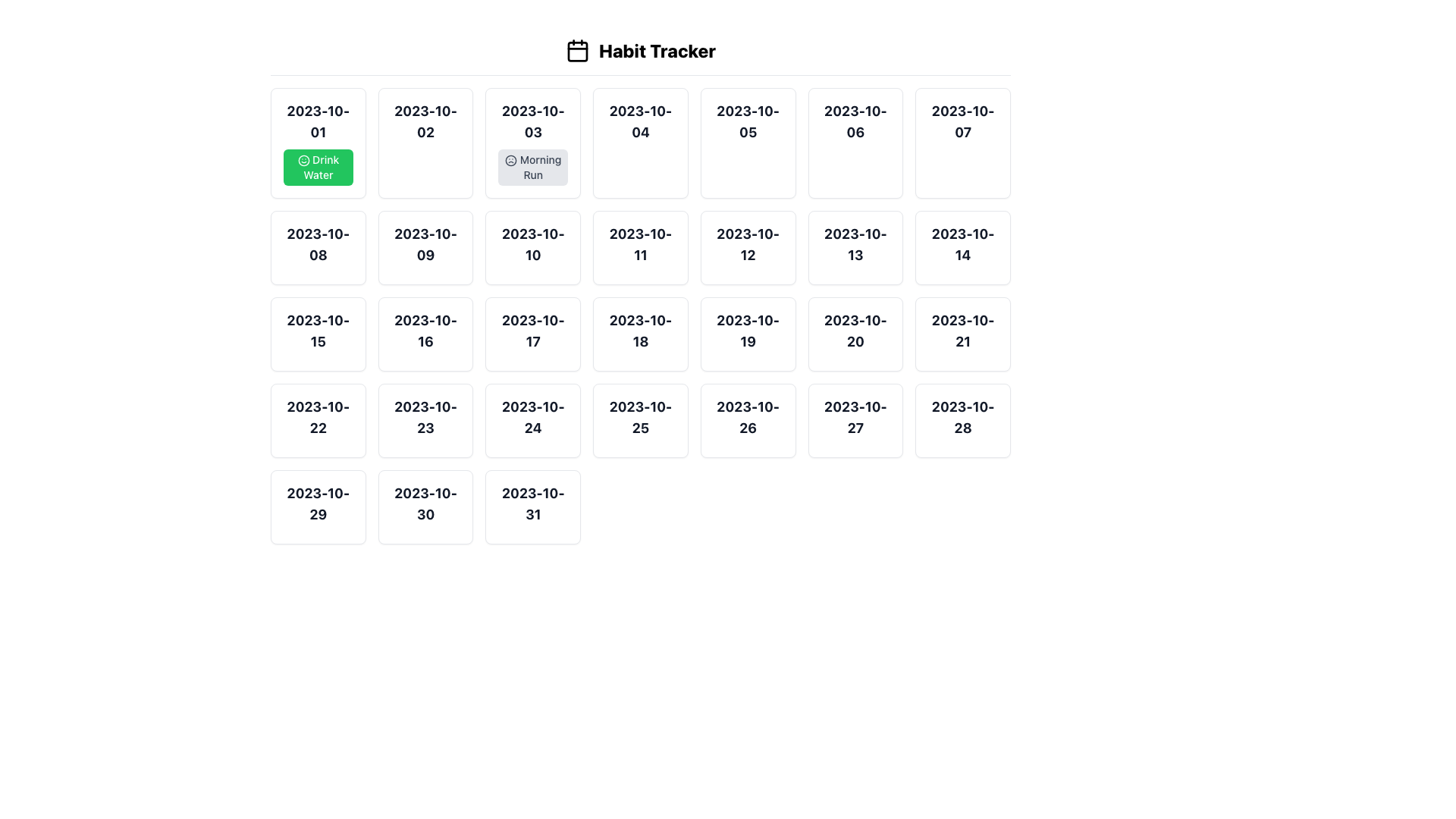  Describe the element at coordinates (748, 421) in the screenshot. I see `the card displaying the date '2023-10-26' in a habit tracker interface` at that location.